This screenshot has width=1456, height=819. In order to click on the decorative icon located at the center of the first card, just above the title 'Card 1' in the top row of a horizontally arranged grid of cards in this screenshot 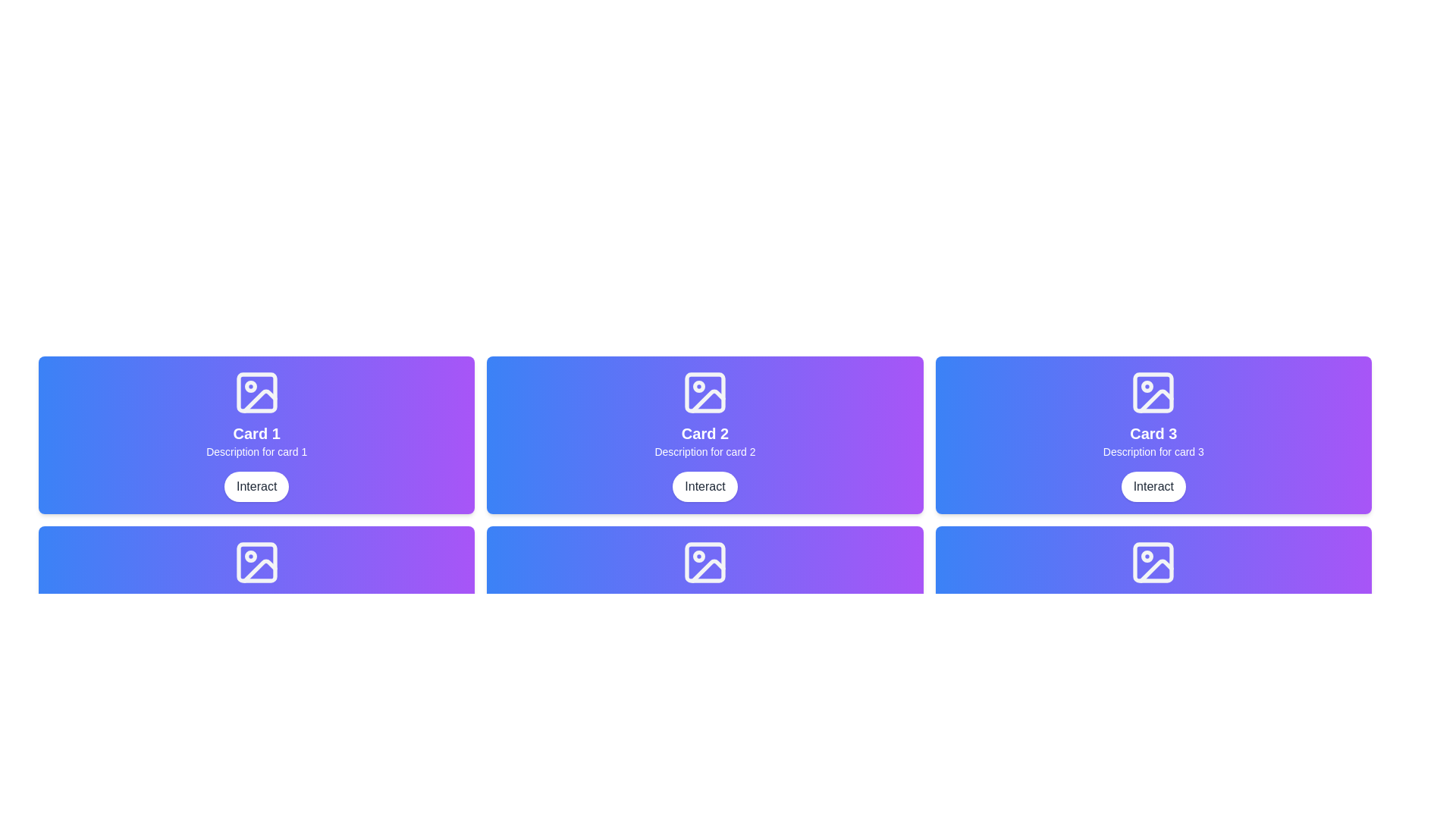, I will do `click(256, 391)`.